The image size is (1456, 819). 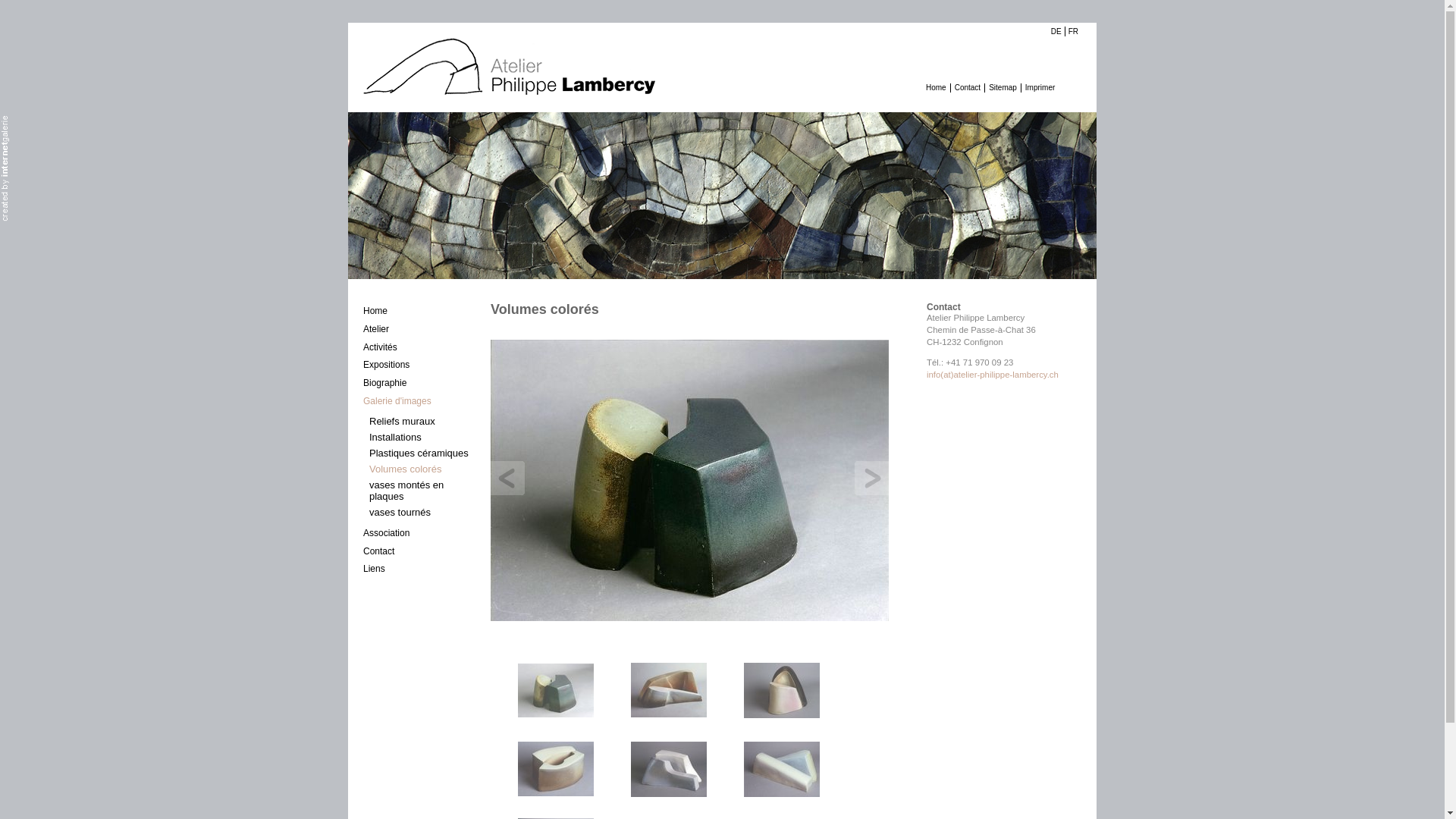 I want to click on 'Reliefs muraux', so click(x=419, y=421).